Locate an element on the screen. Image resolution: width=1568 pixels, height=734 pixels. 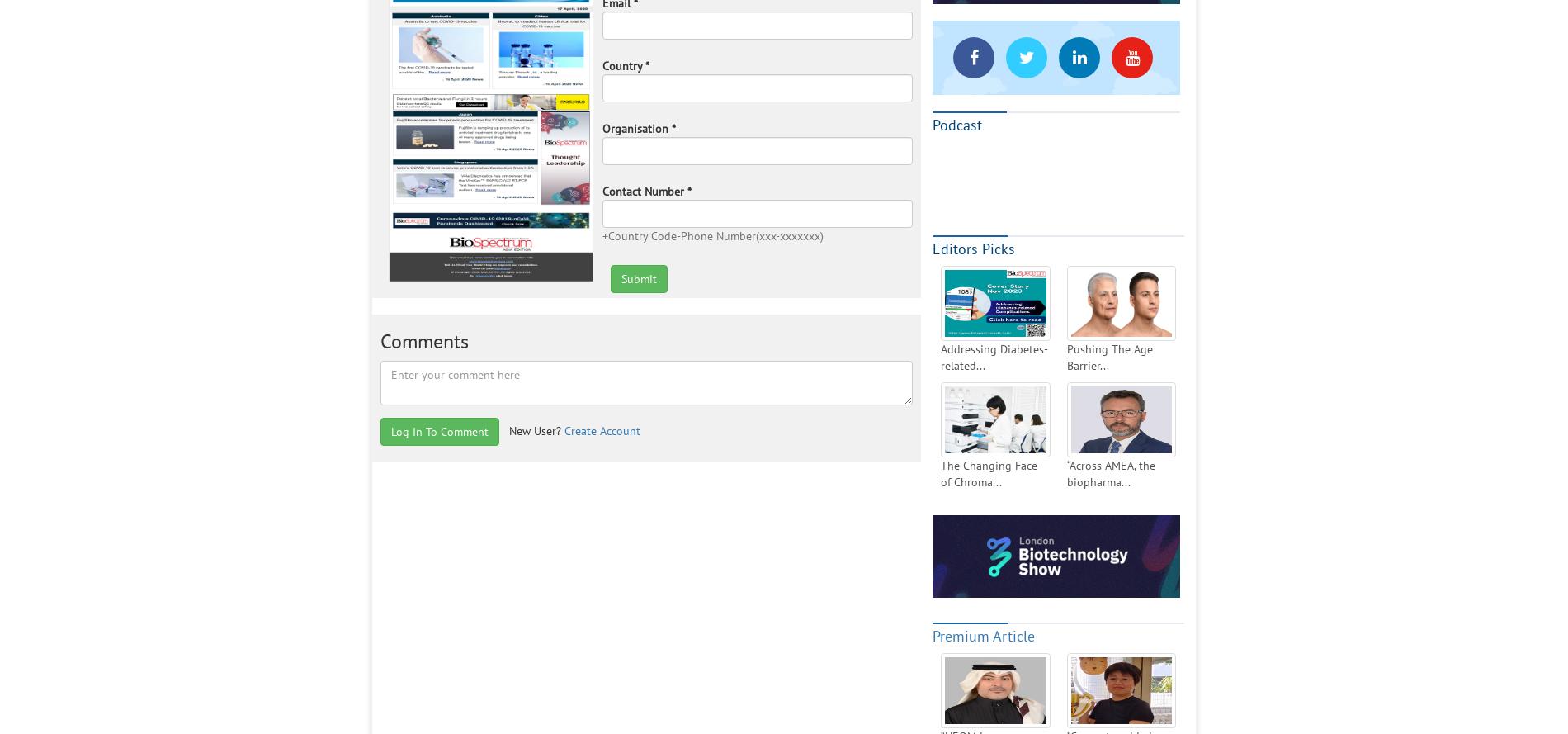
'Premium Article' is located at coordinates (932, 635).